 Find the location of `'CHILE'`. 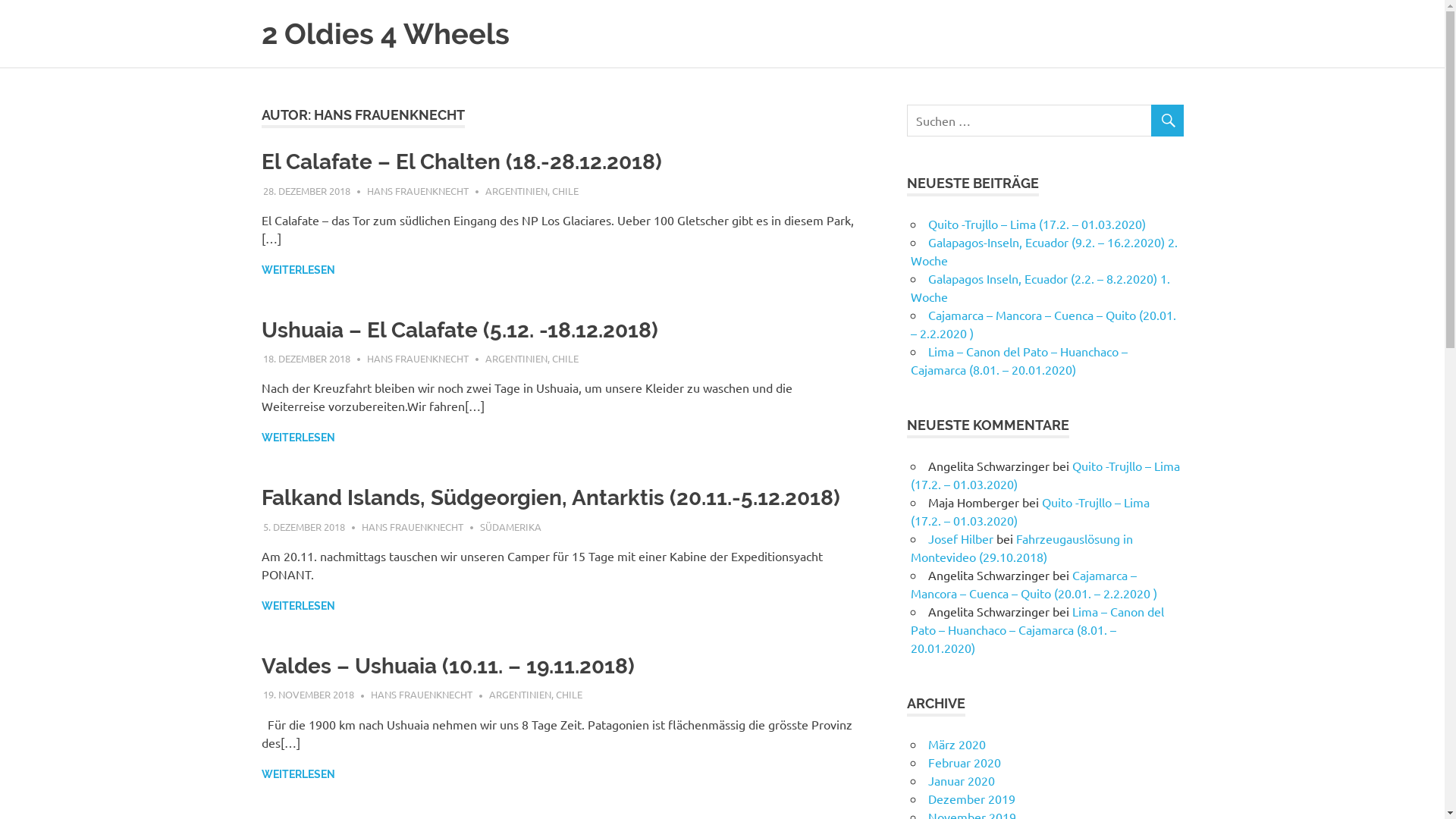

'CHILE' is located at coordinates (568, 694).